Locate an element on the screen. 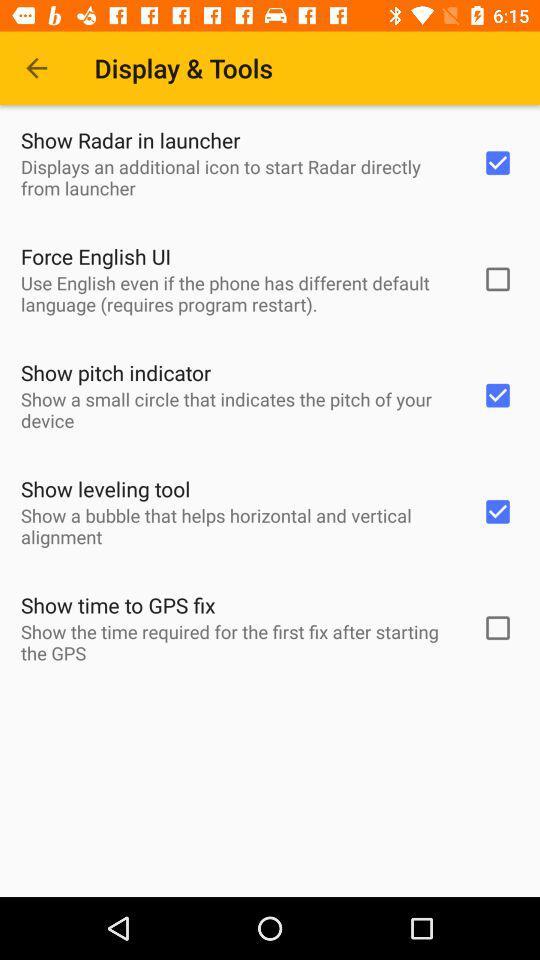 The width and height of the screenshot is (540, 960). icon below the show radar in icon is located at coordinates (238, 176).